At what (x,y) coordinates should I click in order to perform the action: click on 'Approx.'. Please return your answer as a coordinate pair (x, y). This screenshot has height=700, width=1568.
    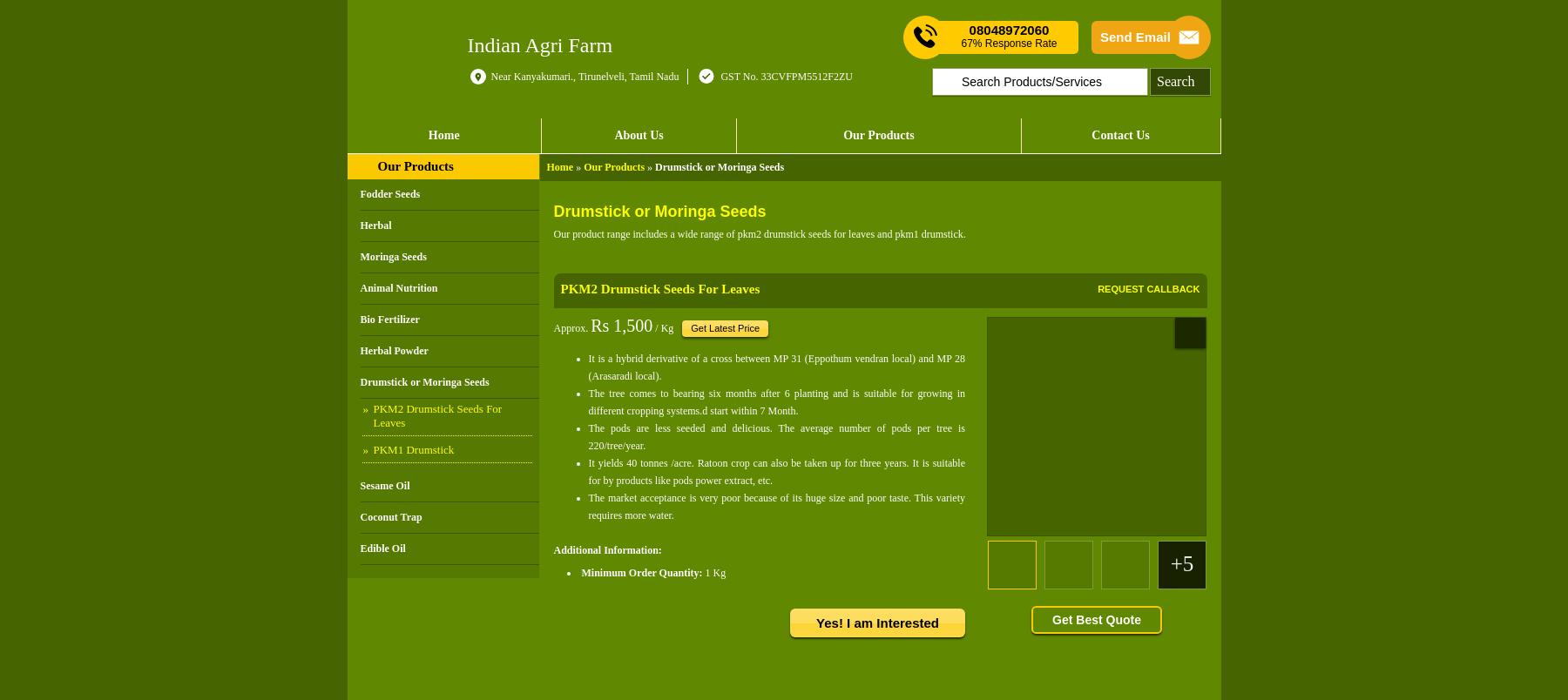
    Looking at the image, I should click on (553, 326).